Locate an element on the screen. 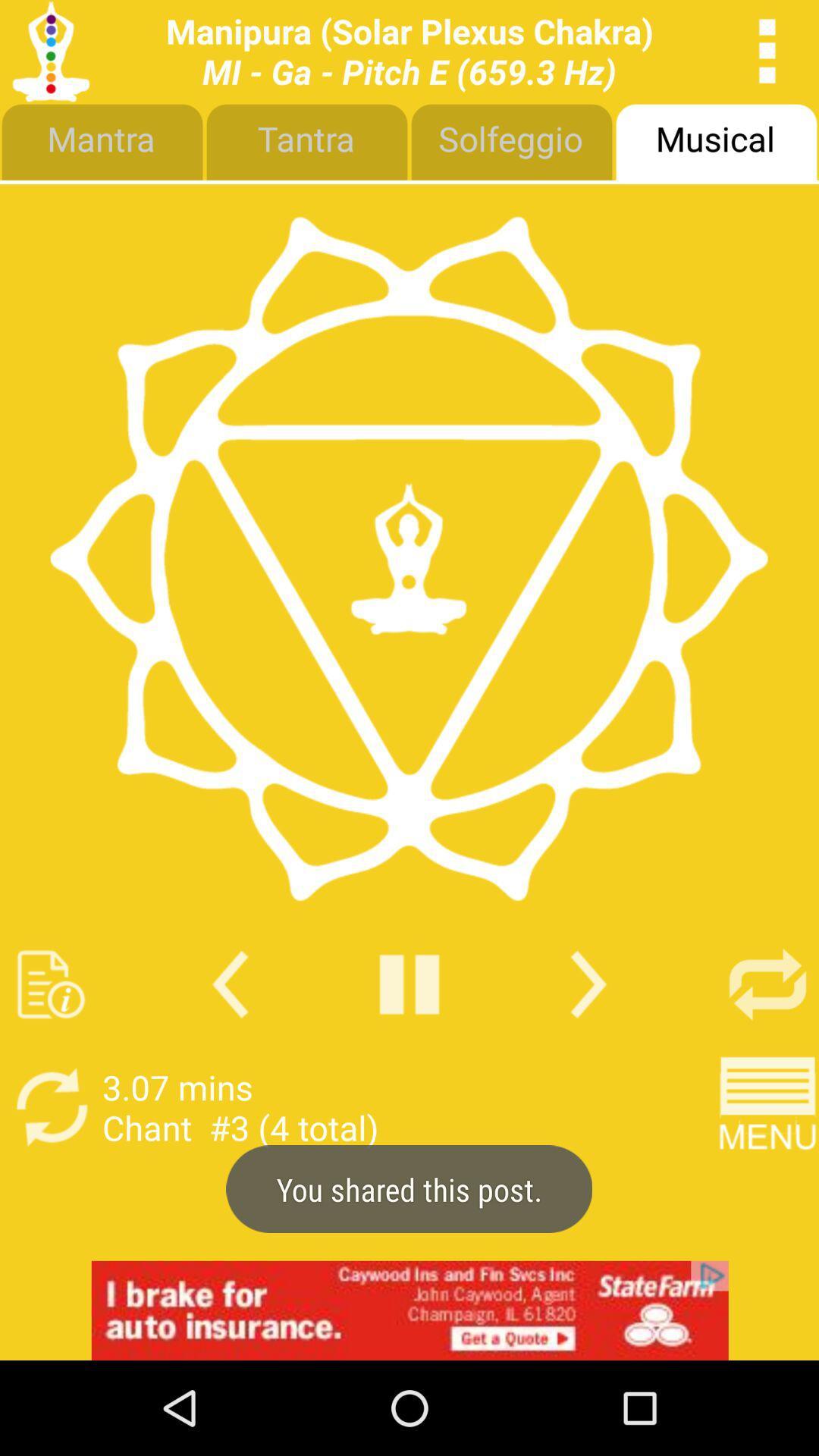 The image size is (819, 1456). pause is located at coordinates (409, 984).